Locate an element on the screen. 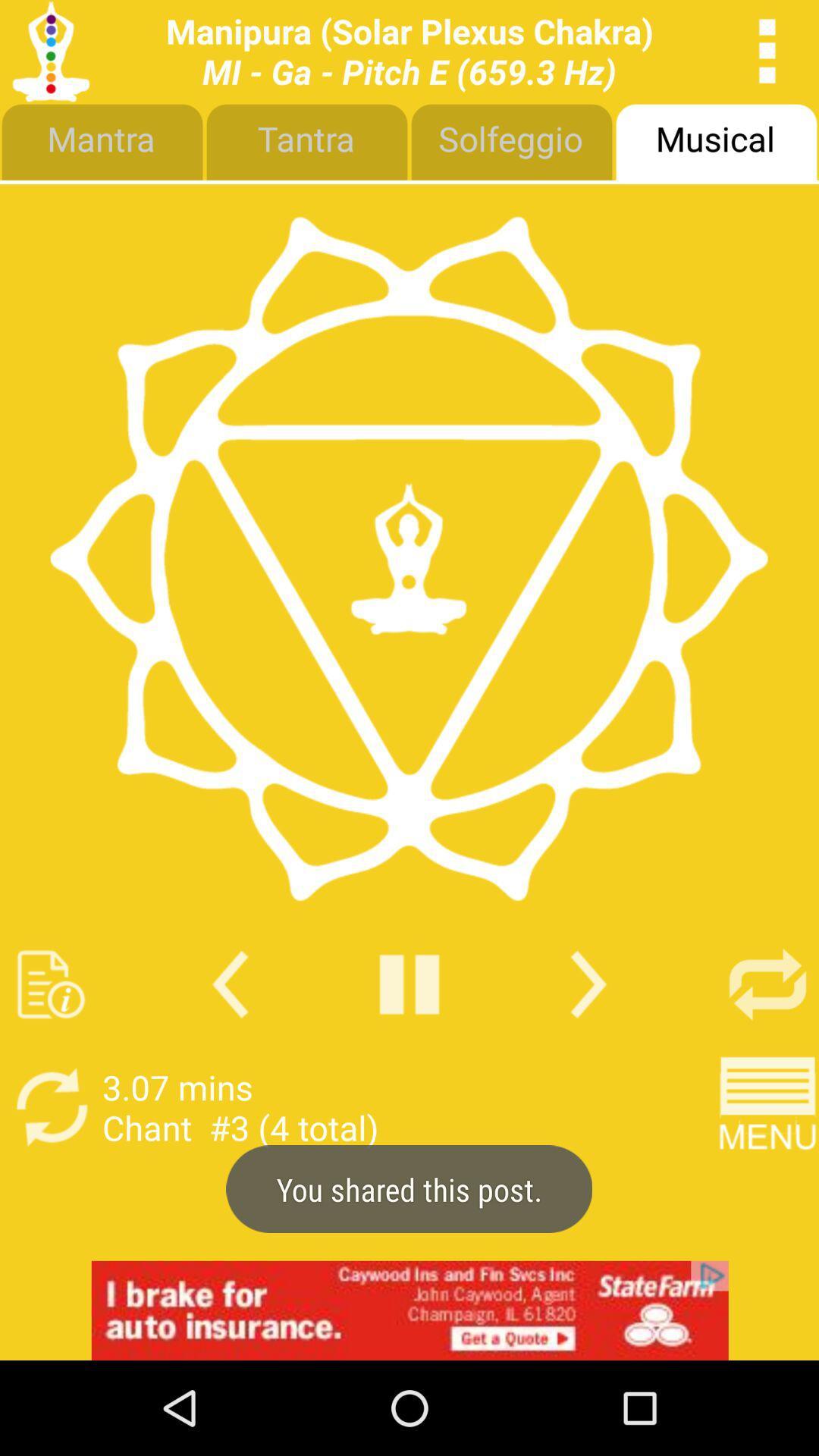 The image size is (819, 1456). pause is located at coordinates (409, 984).